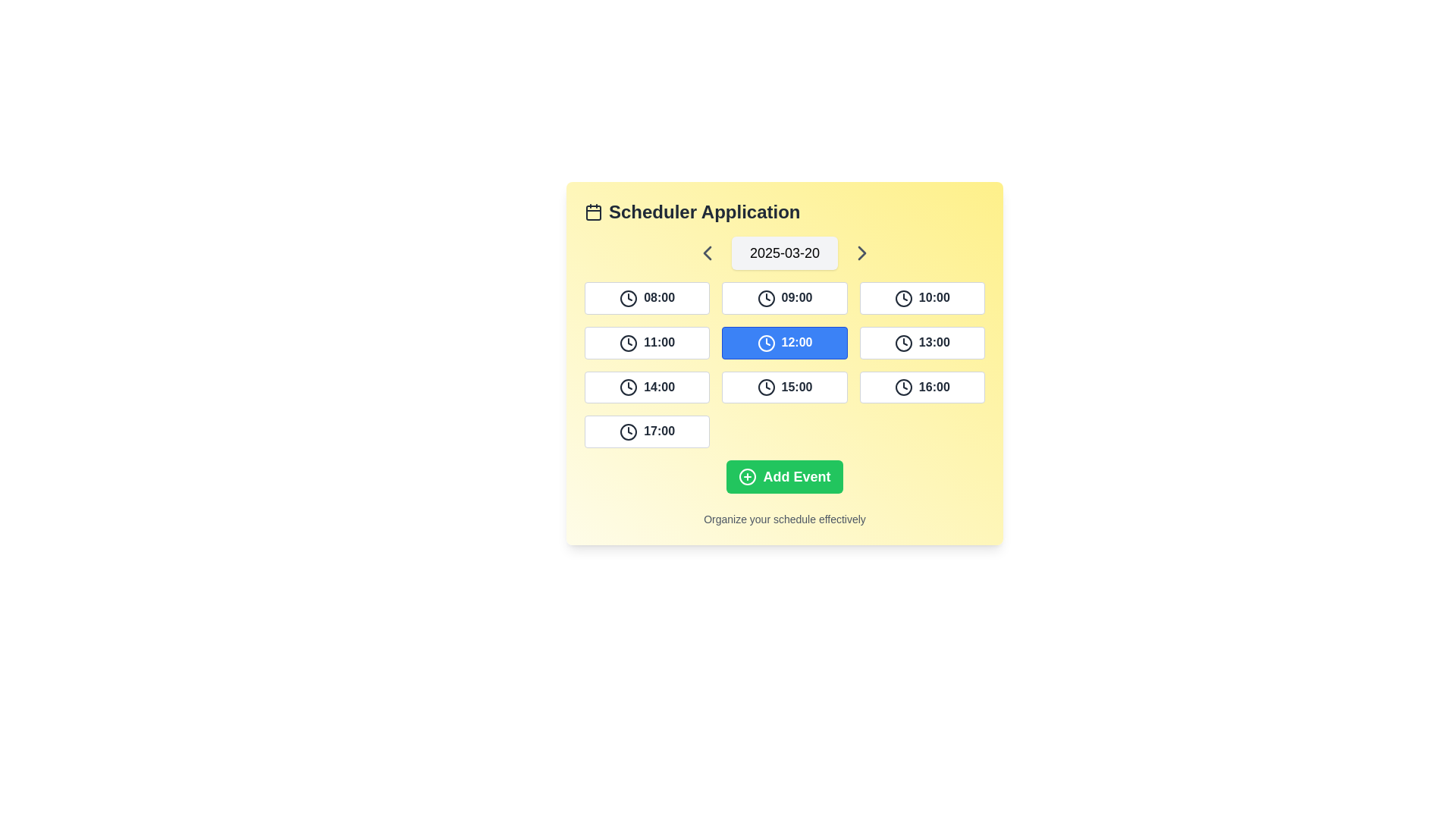  Describe the element at coordinates (903, 343) in the screenshot. I see `the circular clock face icon representing the hour '13:00' in the scheduler interface` at that location.